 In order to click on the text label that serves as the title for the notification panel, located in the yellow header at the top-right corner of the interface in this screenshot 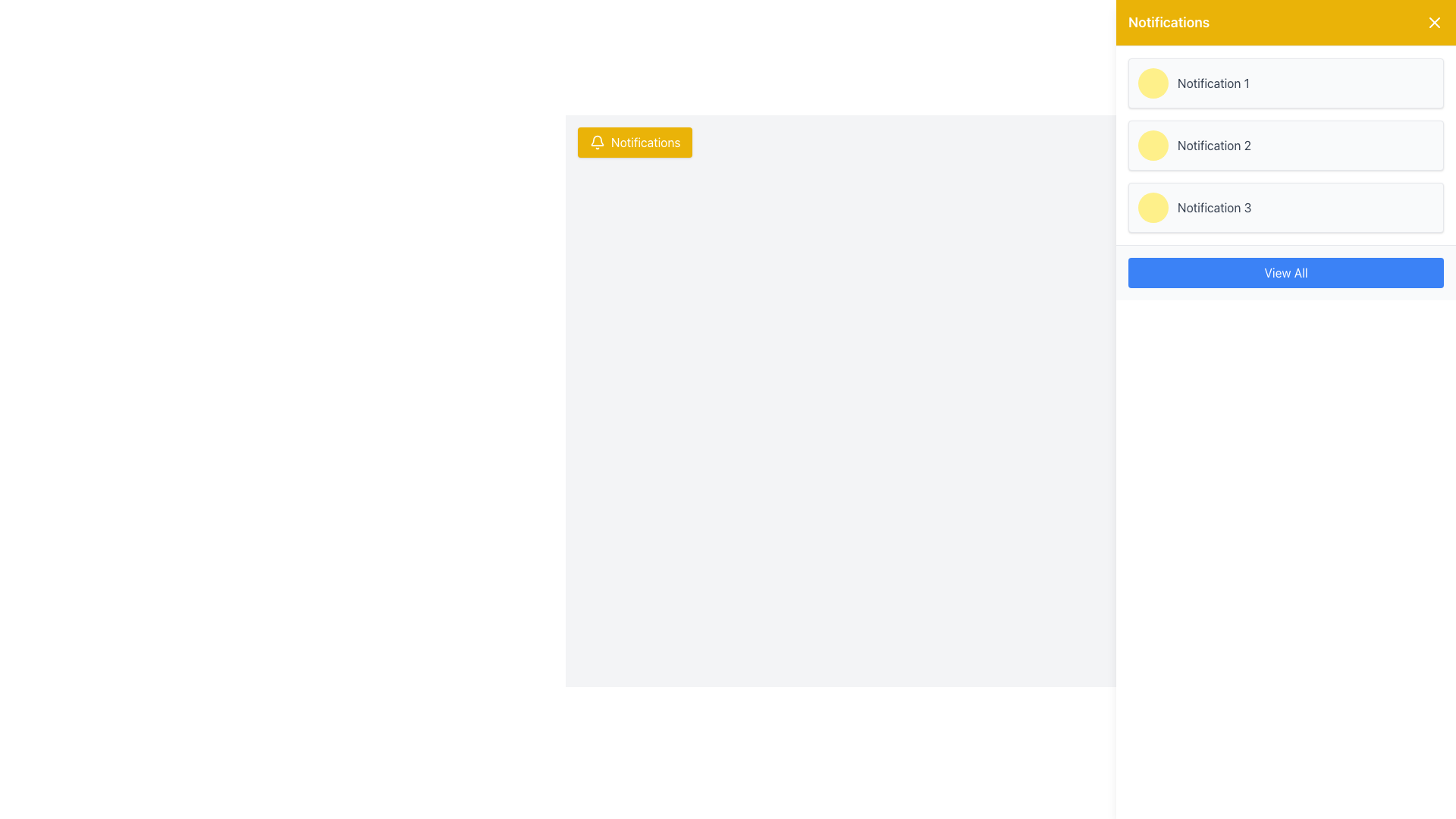, I will do `click(1168, 23)`.